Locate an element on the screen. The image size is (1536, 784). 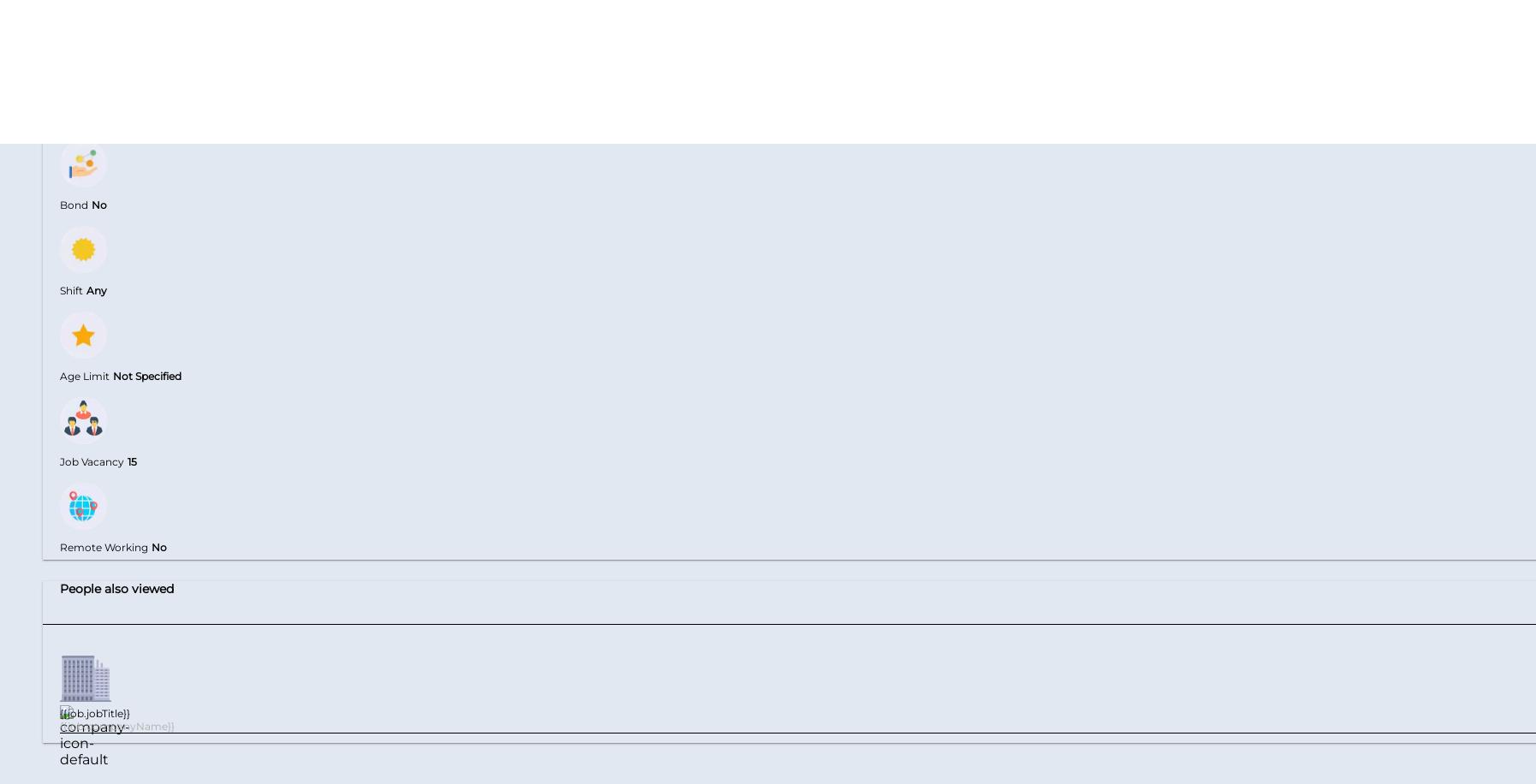
'Bond' is located at coordinates (73, 204).